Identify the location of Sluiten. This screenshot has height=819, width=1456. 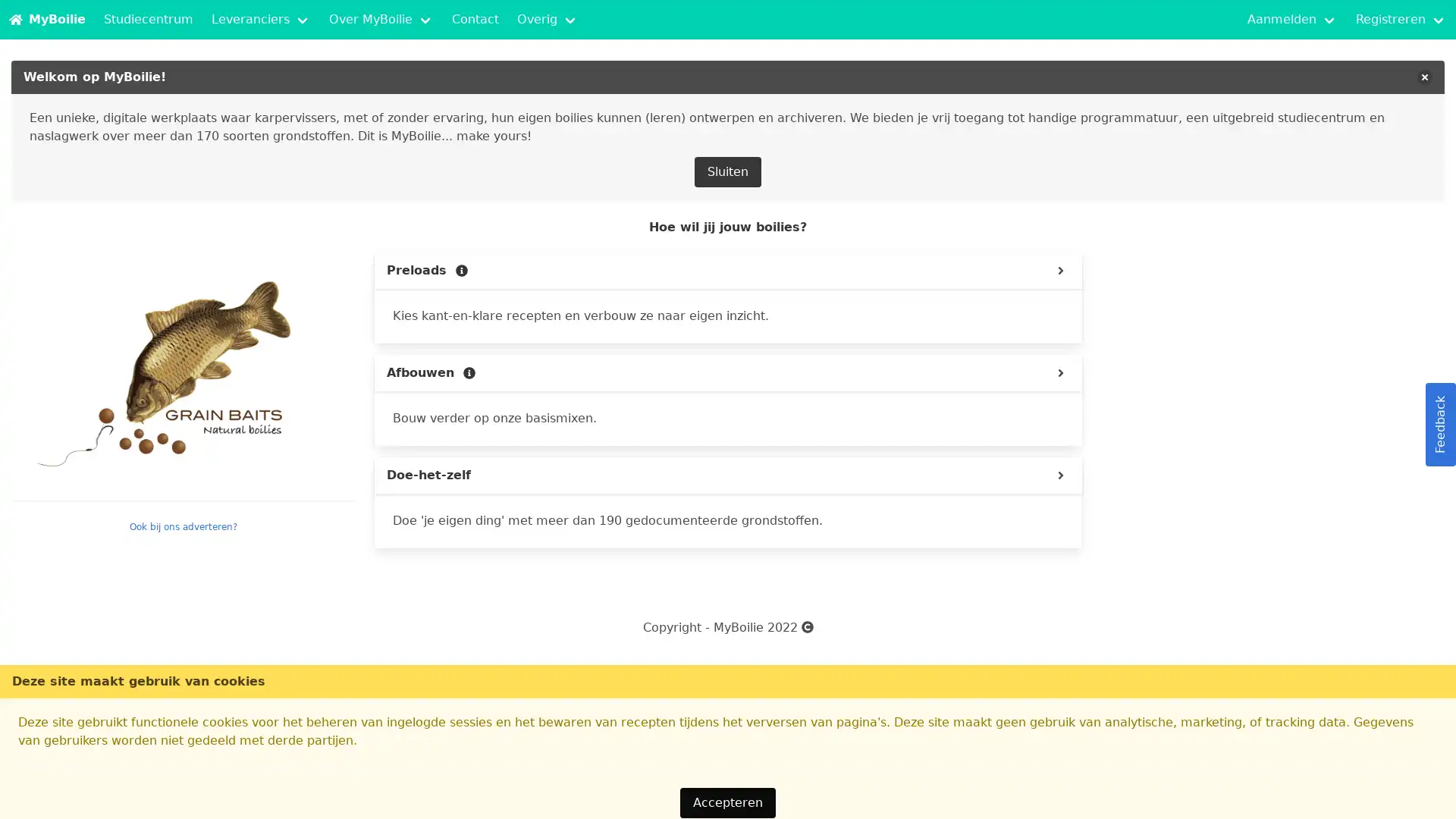
(728, 171).